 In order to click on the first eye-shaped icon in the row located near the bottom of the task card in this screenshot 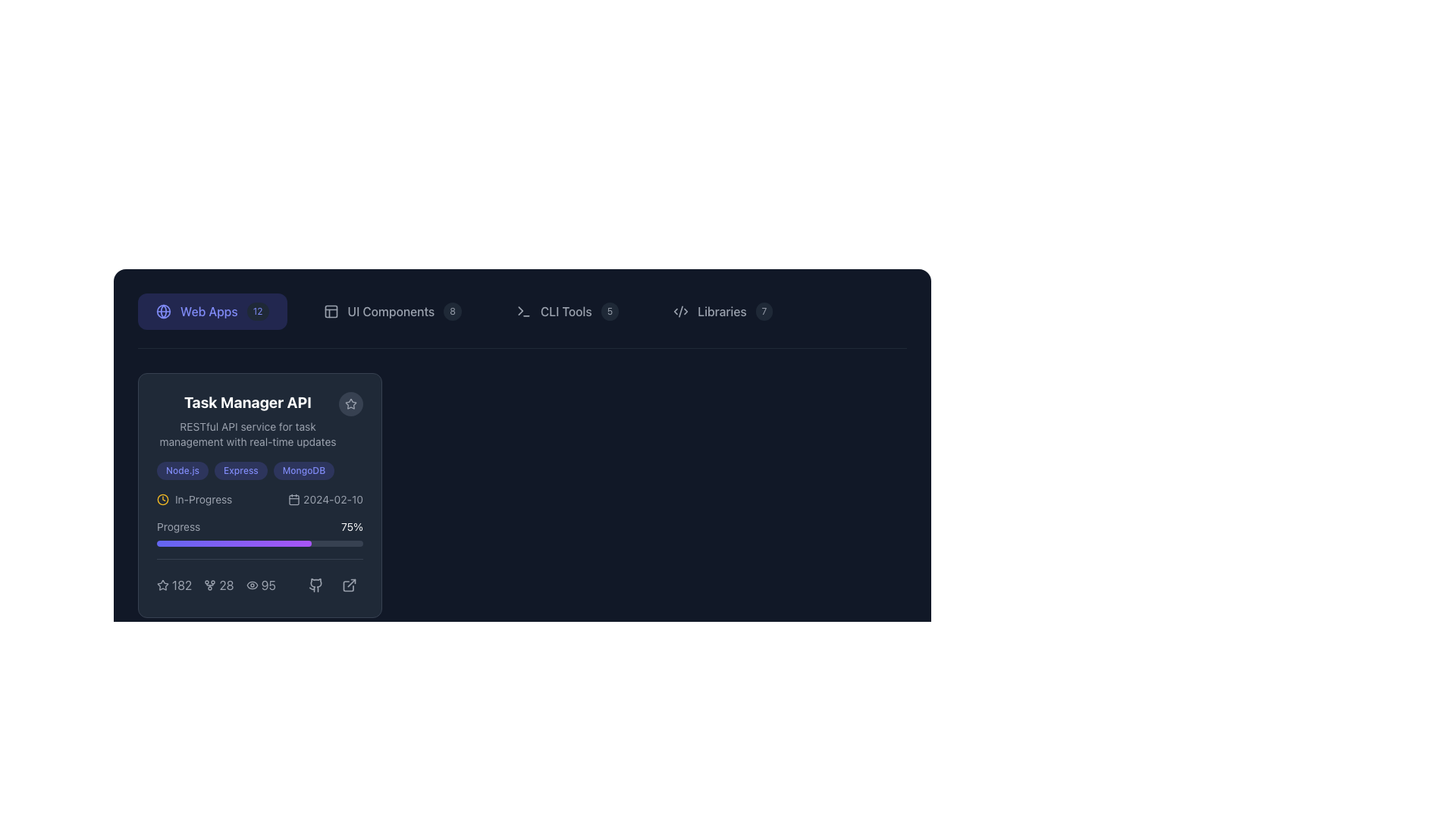, I will do `click(252, 584)`.